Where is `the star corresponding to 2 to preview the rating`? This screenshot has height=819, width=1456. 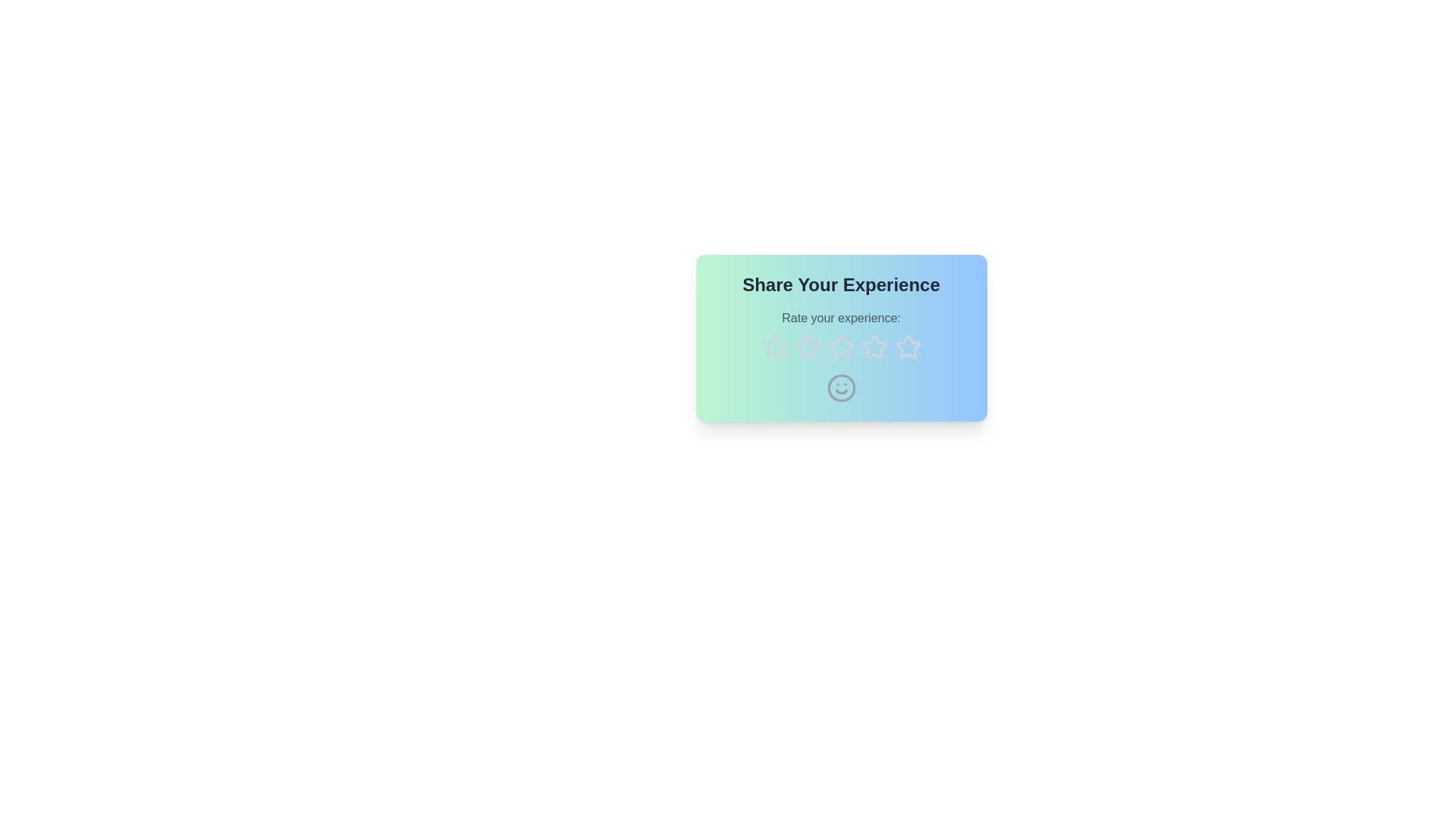 the star corresponding to 2 to preview the rating is located at coordinates (807, 347).